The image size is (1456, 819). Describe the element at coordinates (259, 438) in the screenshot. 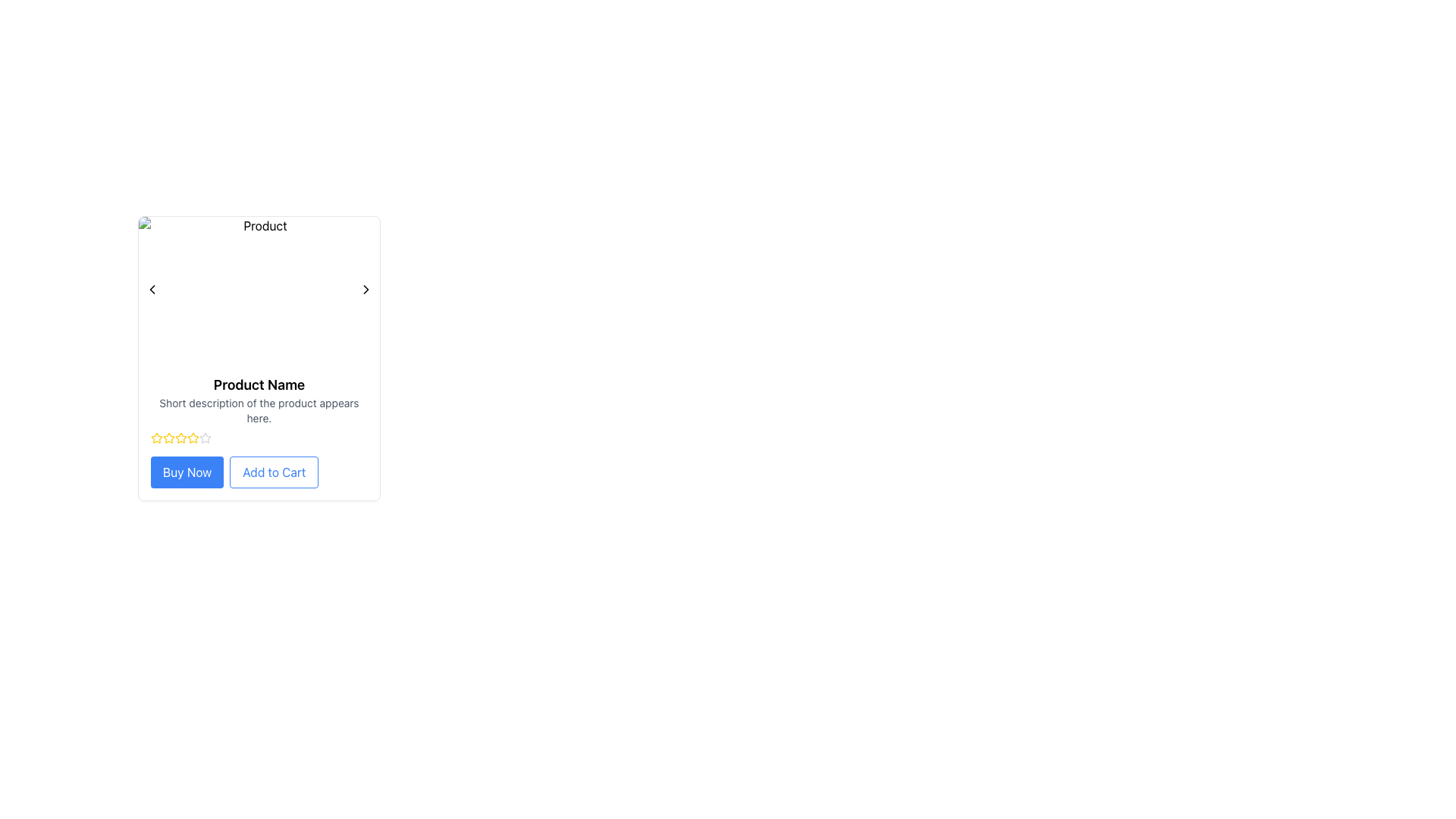

I see `the Rating Indicator, which visually represents the product's rating with highlighted stars` at that location.